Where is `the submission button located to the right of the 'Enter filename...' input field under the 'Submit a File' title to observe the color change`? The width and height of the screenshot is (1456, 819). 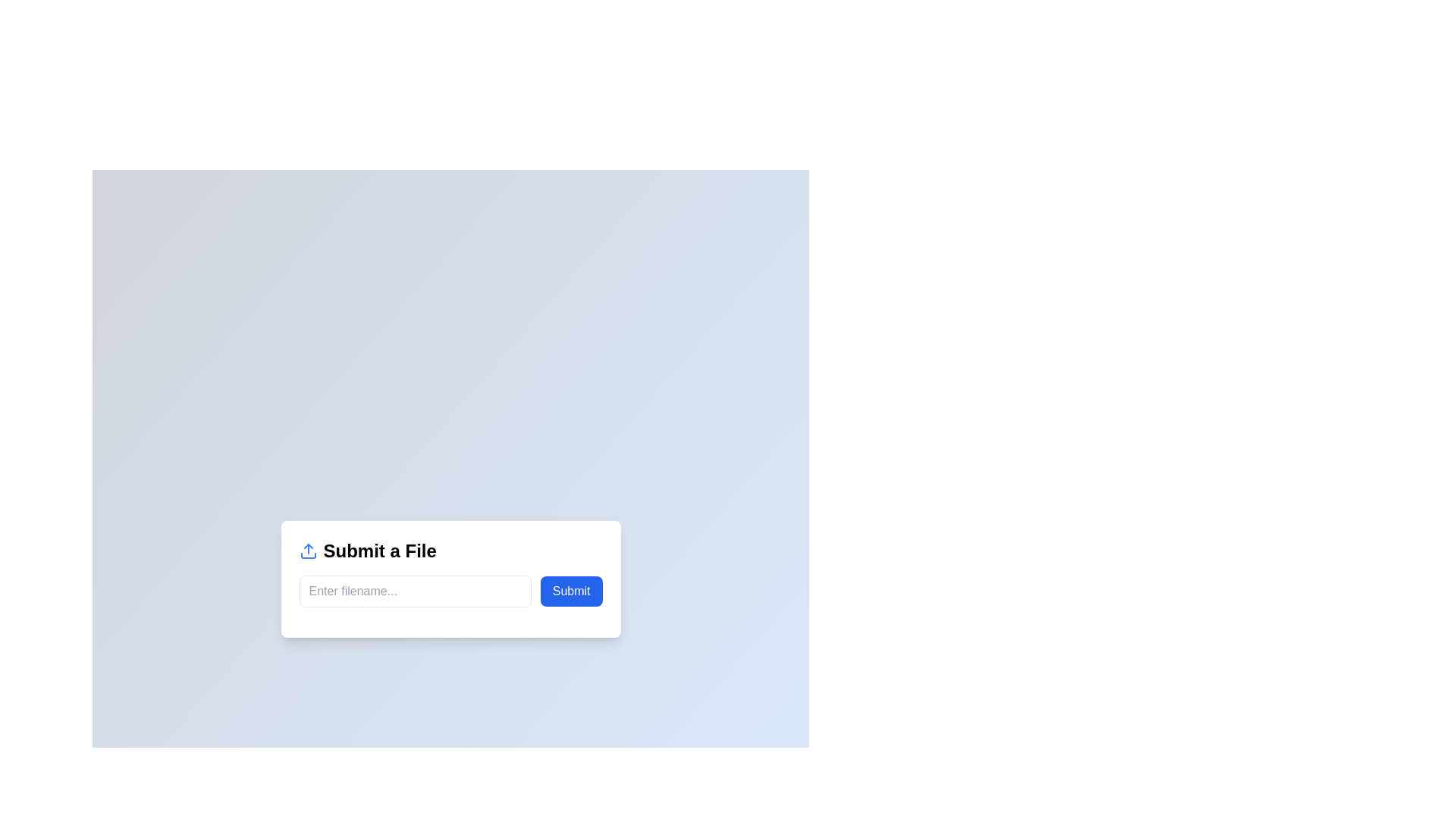 the submission button located to the right of the 'Enter filename...' input field under the 'Submit a File' title to observe the color change is located at coordinates (570, 590).